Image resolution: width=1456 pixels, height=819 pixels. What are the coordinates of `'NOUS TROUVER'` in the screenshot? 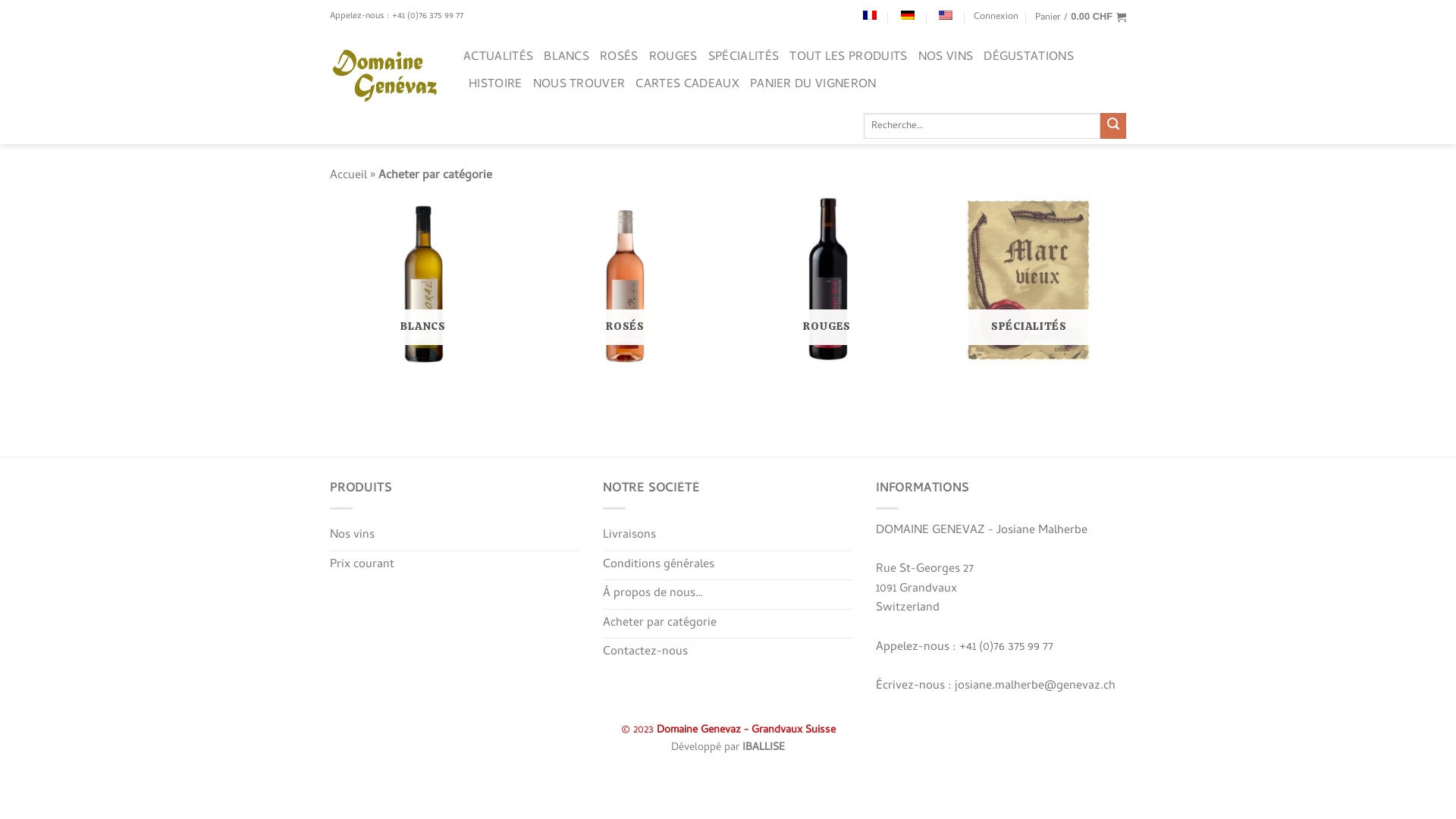 It's located at (578, 84).